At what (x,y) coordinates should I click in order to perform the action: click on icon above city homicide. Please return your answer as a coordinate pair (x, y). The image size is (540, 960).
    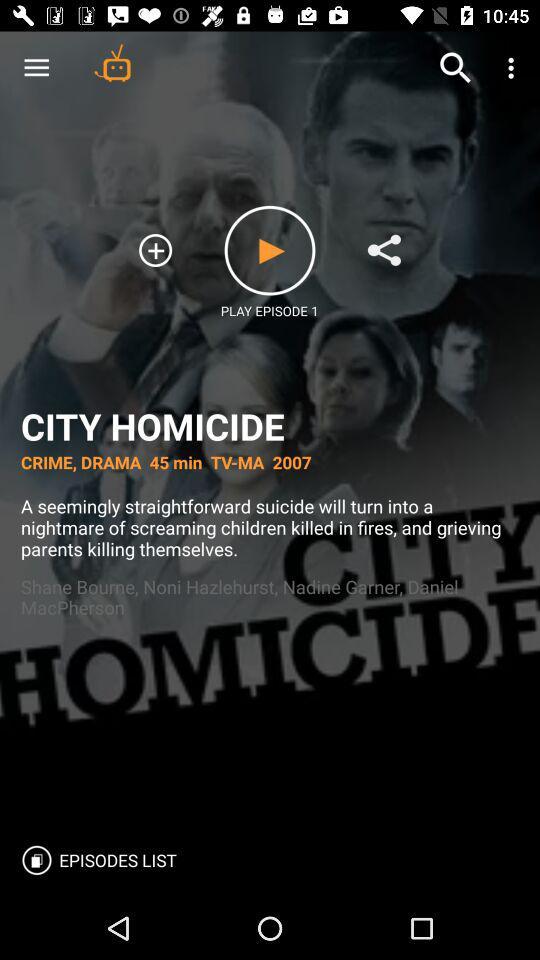
    Looking at the image, I should click on (513, 68).